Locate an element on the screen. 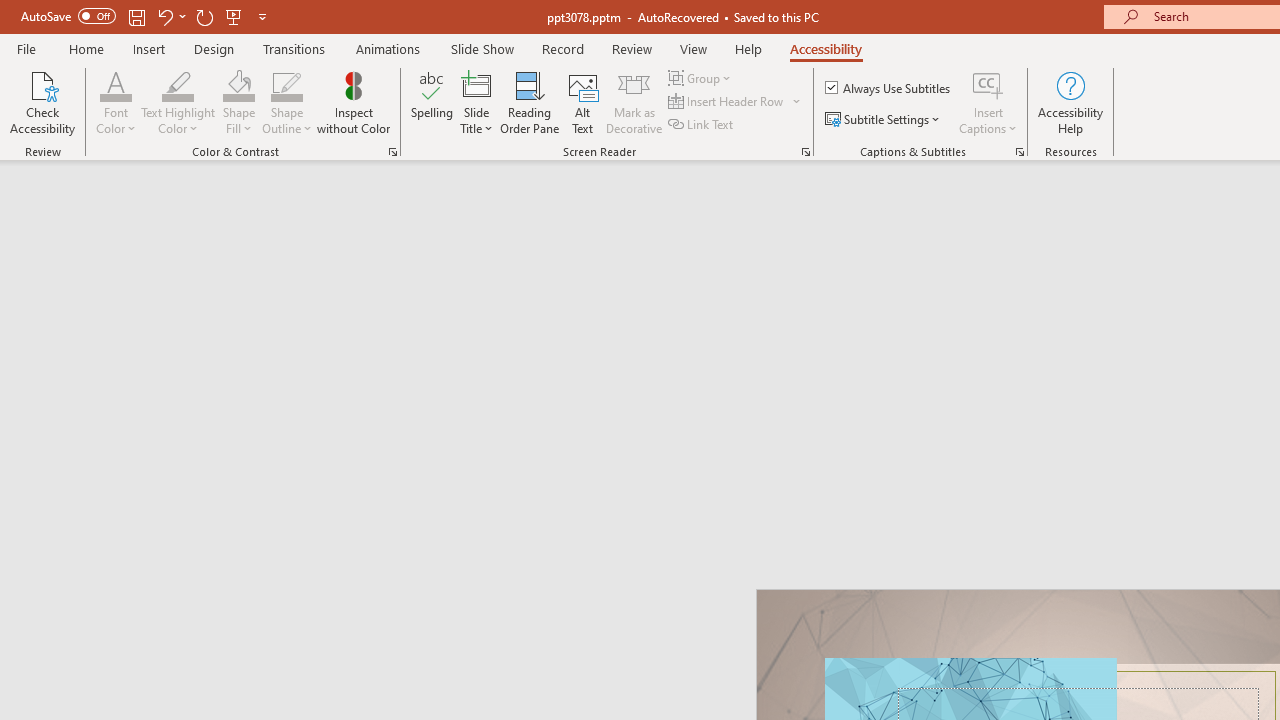 The image size is (1280, 720). 'Captions & Subtitles' is located at coordinates (1020, 150).